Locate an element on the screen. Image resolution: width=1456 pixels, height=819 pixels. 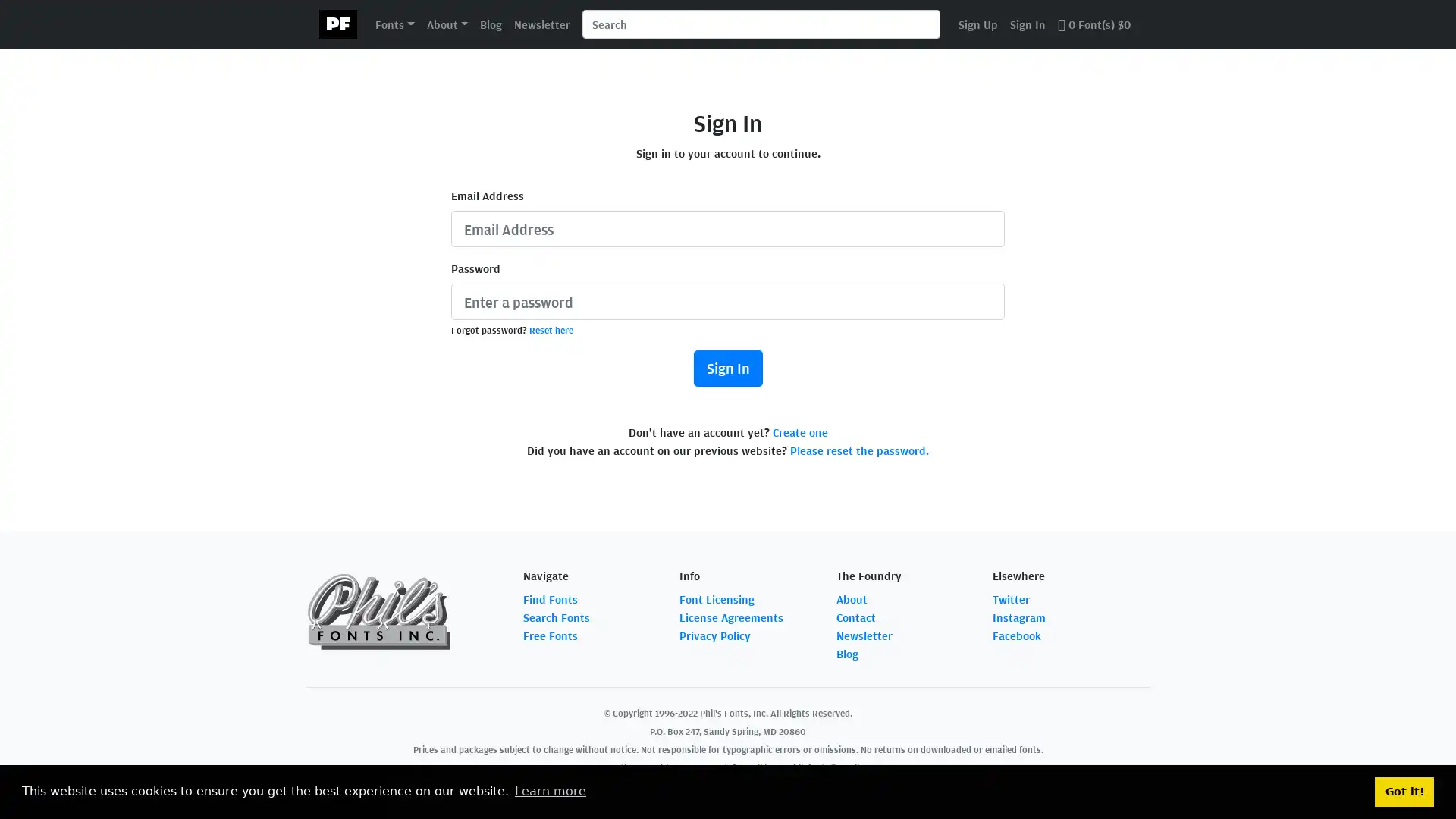
Sign In is located at coordinates (726, 369).